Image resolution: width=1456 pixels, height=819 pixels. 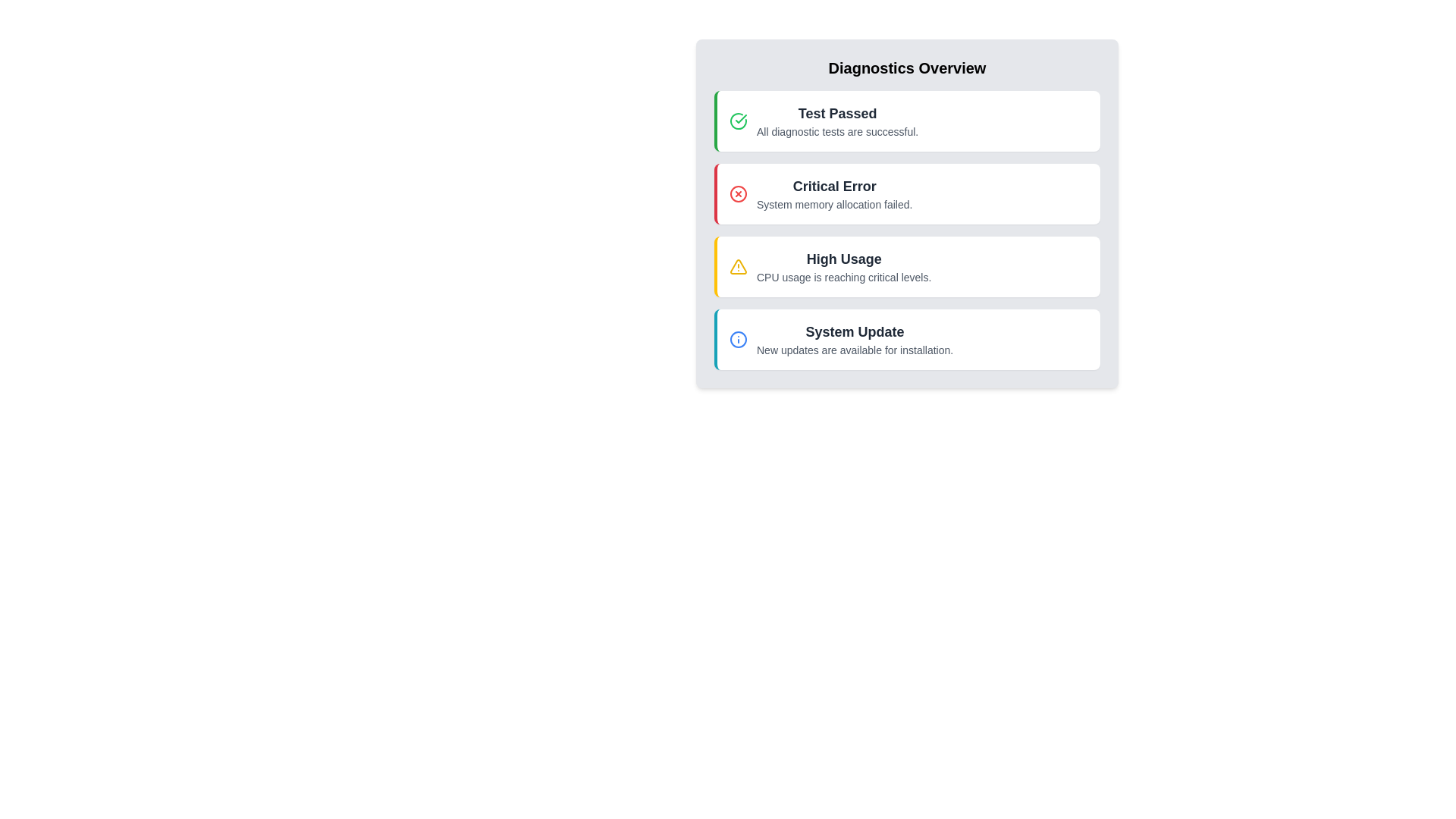 What do you see at coordinates (843, 265) in the screenshot?
I see `the alert/message block indicating critical CPU usage status, which is the third item in the list of diagnostic messages` at bounding box center [843, 265].